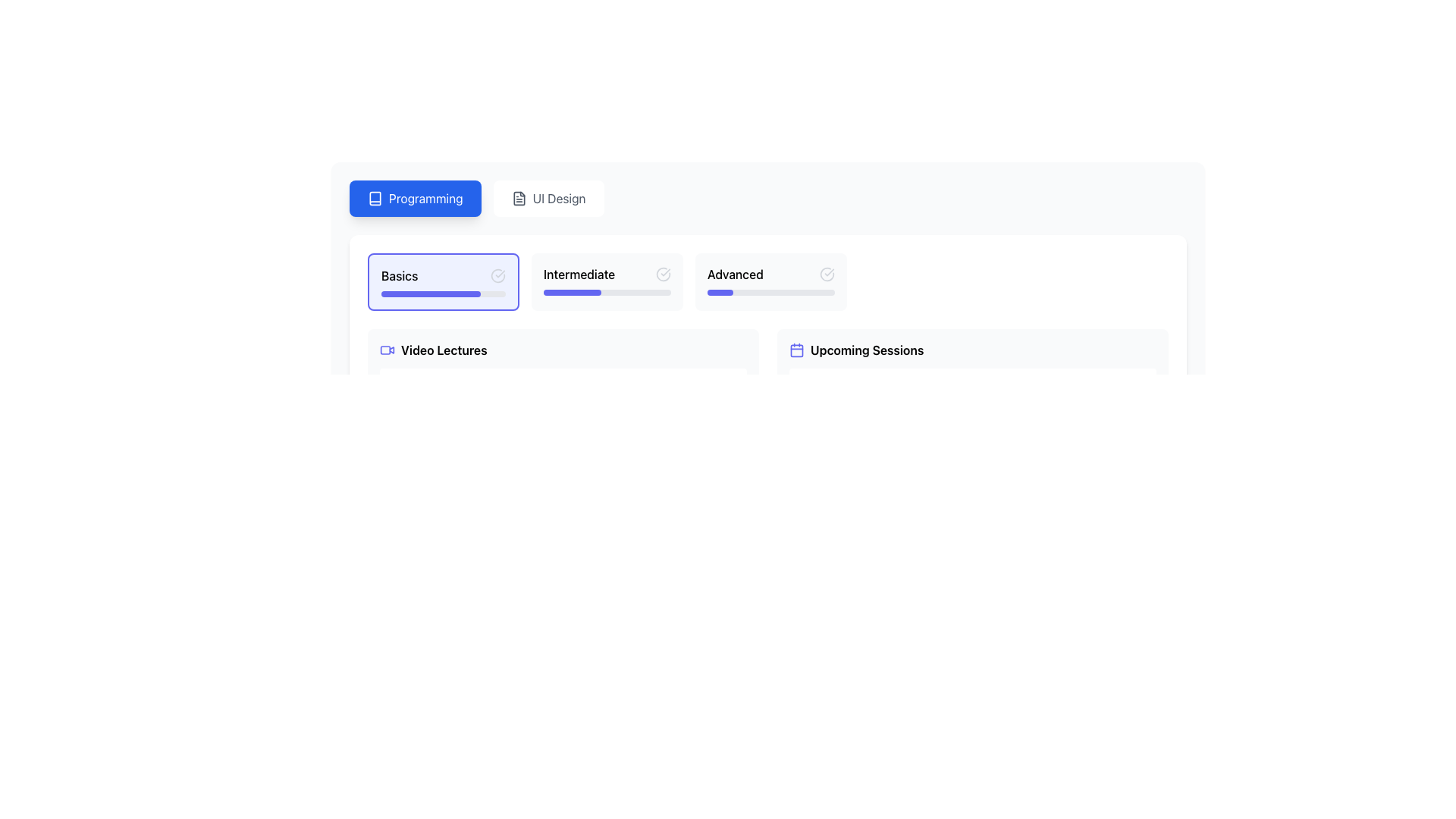 The width and height of the screenshot is (1456, 819). I want to click on the 'Intermediate' button, which is the second item in a horizontal list of educational level indicators labeled 'Basics', 'Intermediate', and 'Advanced', so click(607, 281).